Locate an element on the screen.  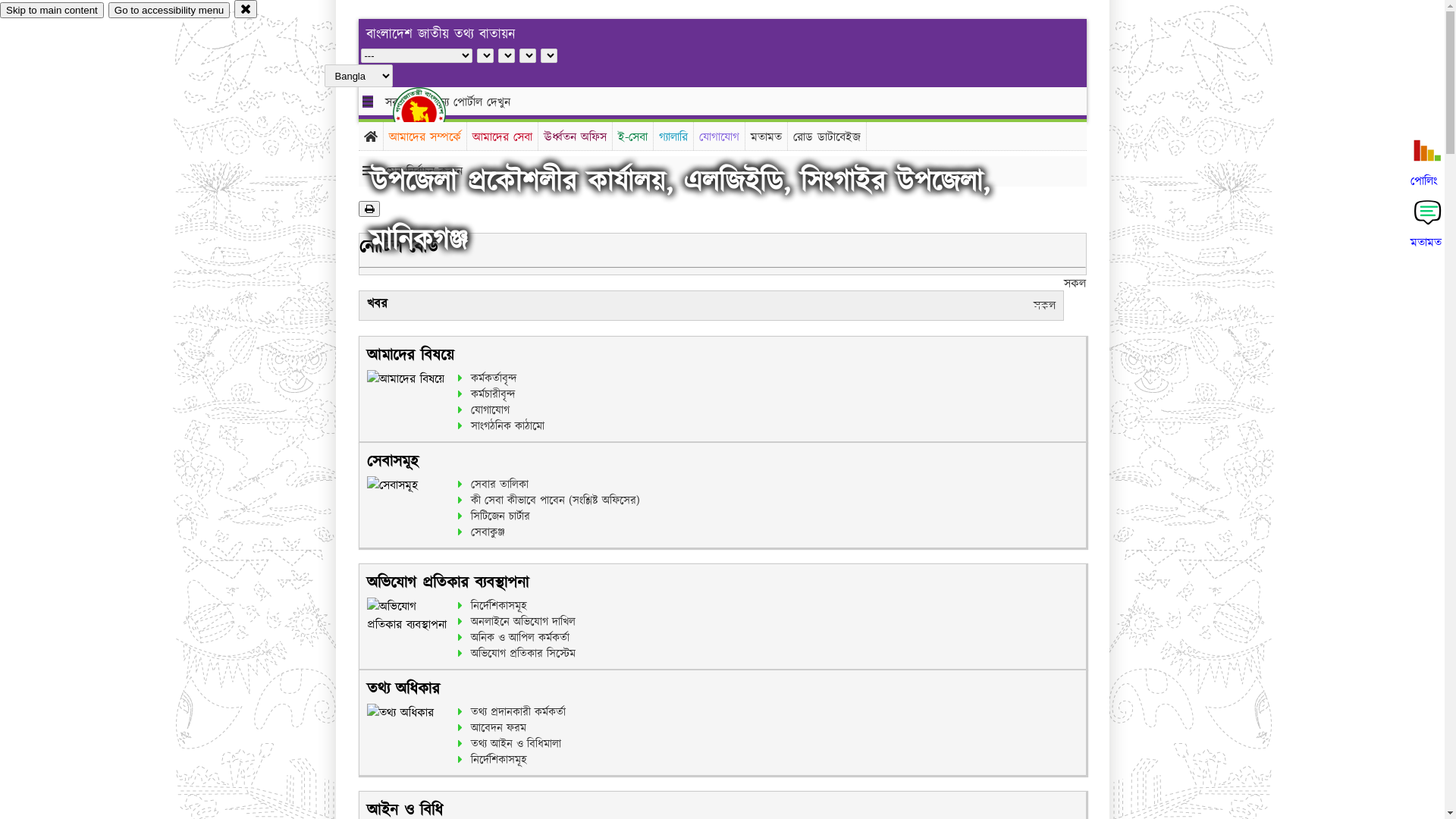
' is located at coordinates (431, 112).